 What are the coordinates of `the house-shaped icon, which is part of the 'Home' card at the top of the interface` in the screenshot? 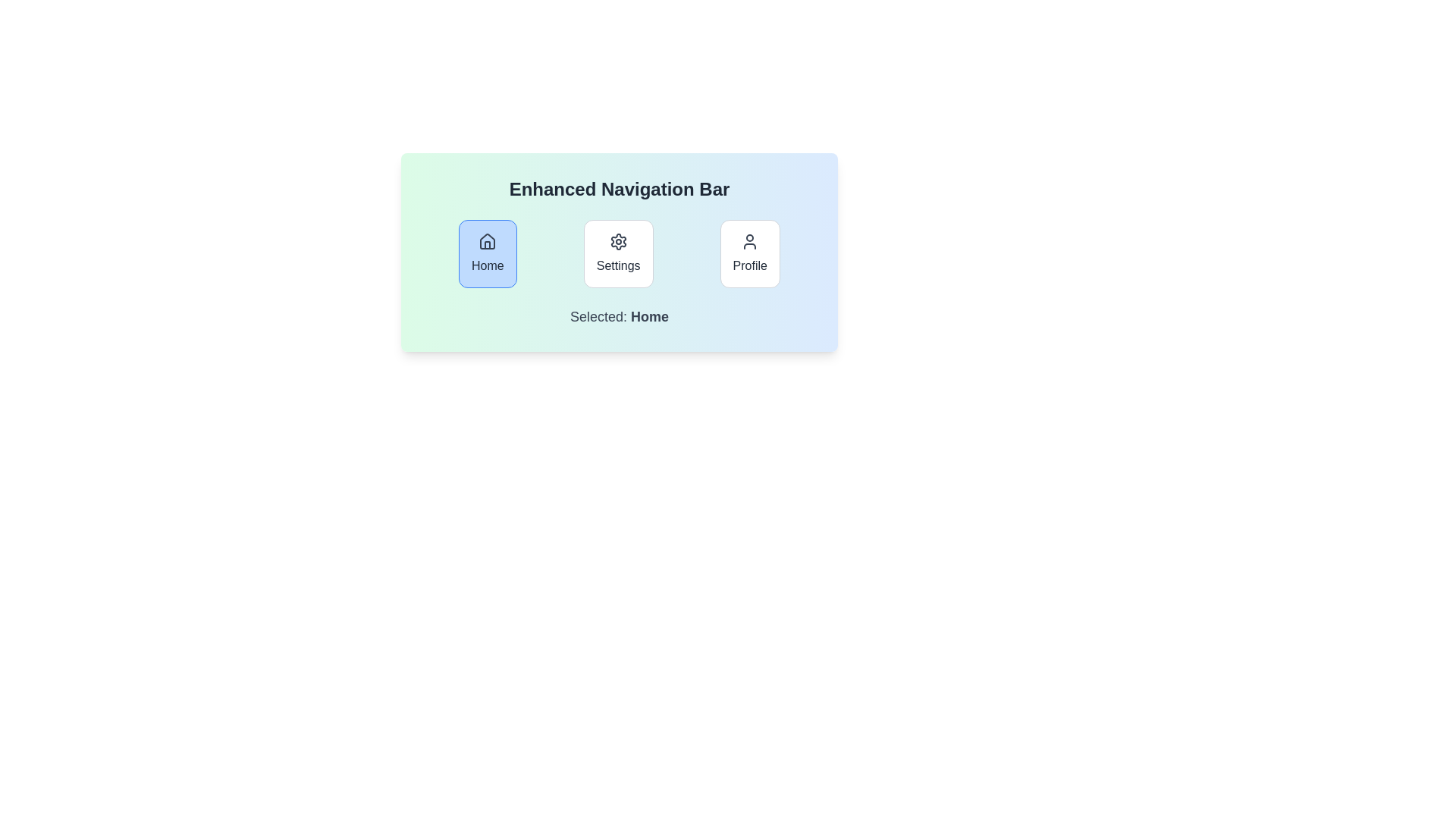 It's located at (488, 241).